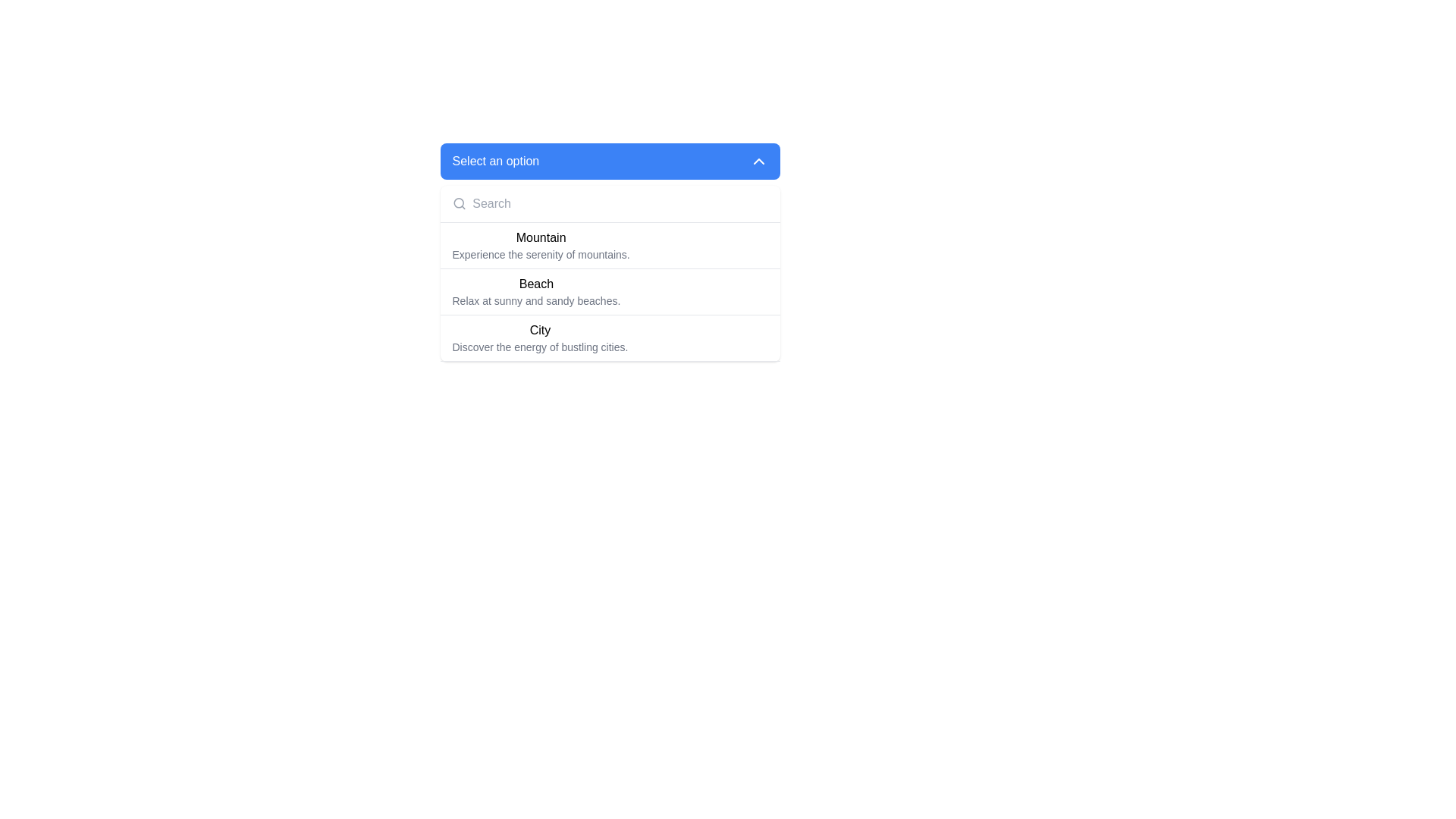 Image resolution: width=1456 pixels, height=819 pixels. What do you see at coordinates (457, 202) in the screenshot?
I see `the circular component of the search icon located at the top-left section of the dropdown menu` at bounding box center [457, 202].